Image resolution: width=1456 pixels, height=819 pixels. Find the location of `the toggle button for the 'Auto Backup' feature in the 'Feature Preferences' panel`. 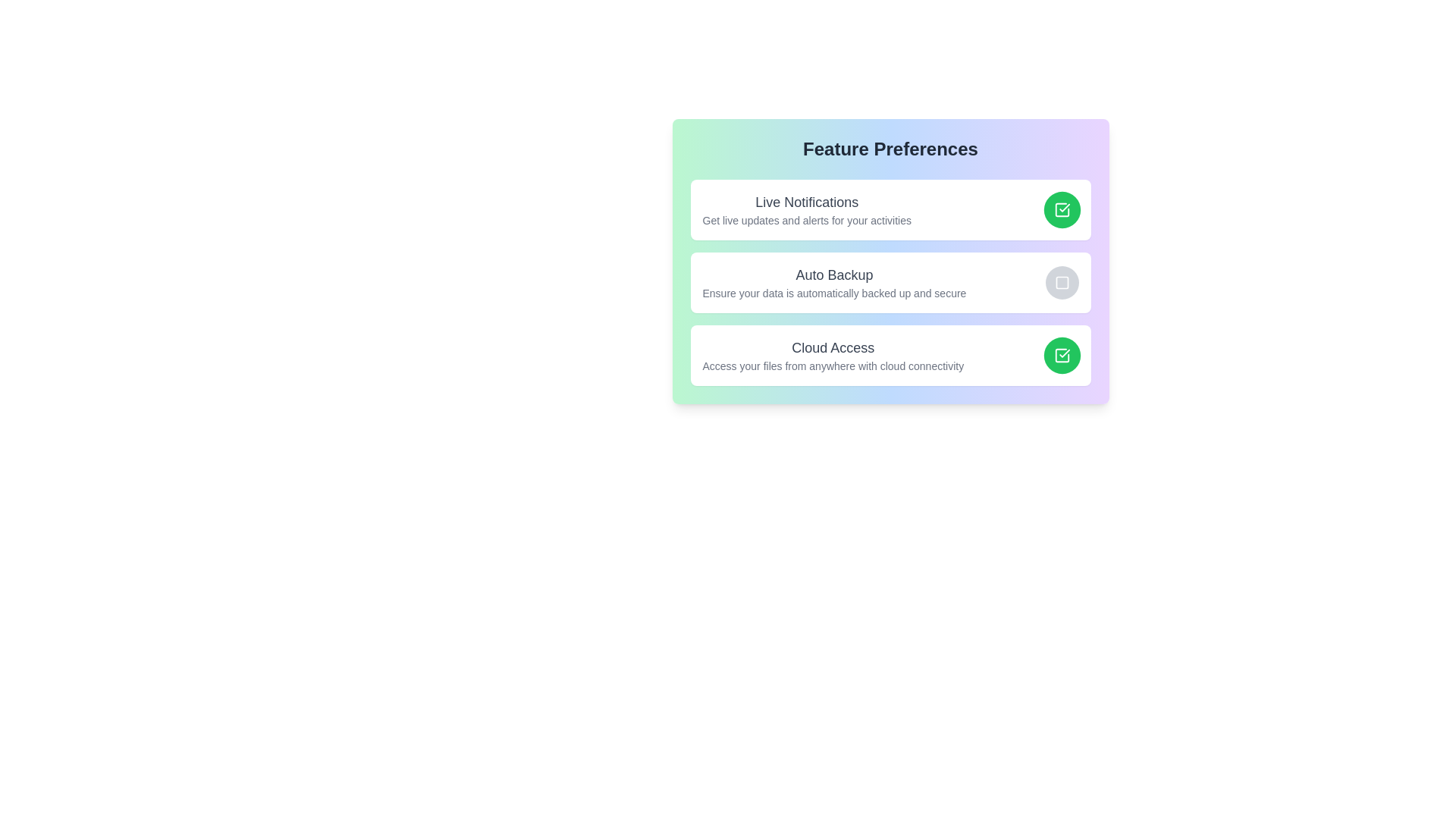

the toggle button for the 'Auto Backup' feature in the 'Feature Preferences' panel is located at coordinates (1061, 283).